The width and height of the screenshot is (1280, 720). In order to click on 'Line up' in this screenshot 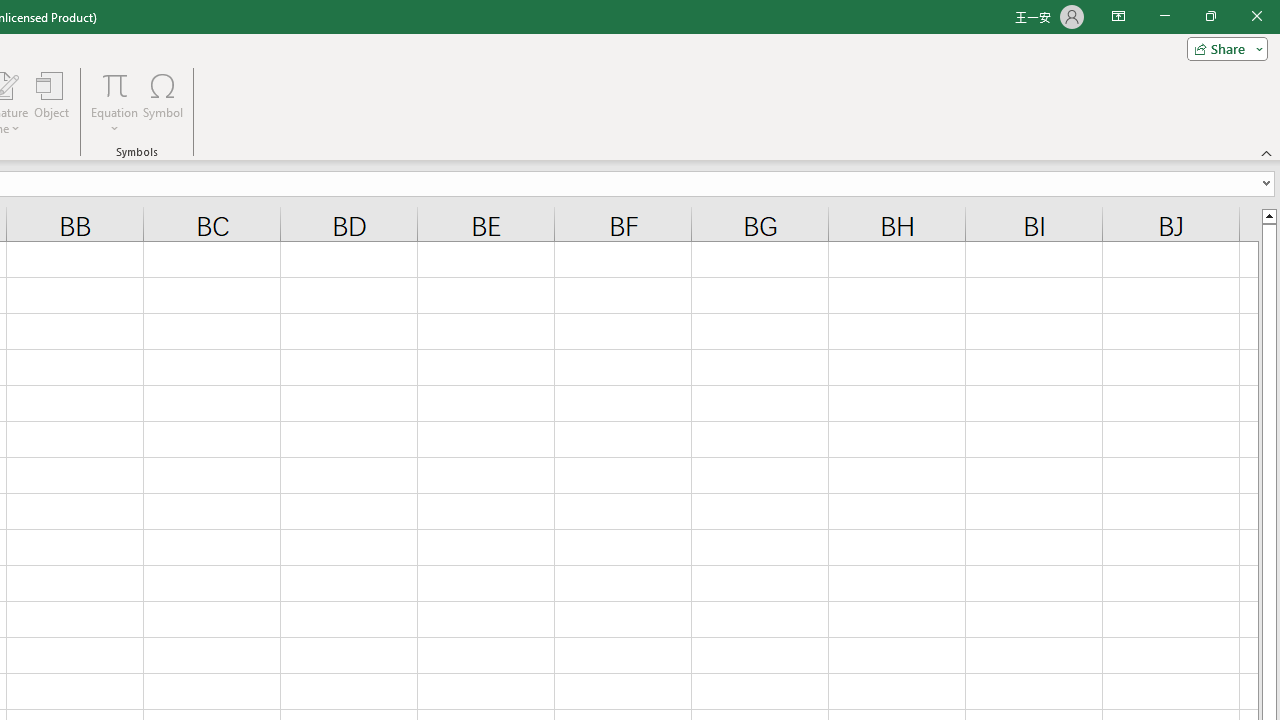, I will do `click(1268, 215)`.